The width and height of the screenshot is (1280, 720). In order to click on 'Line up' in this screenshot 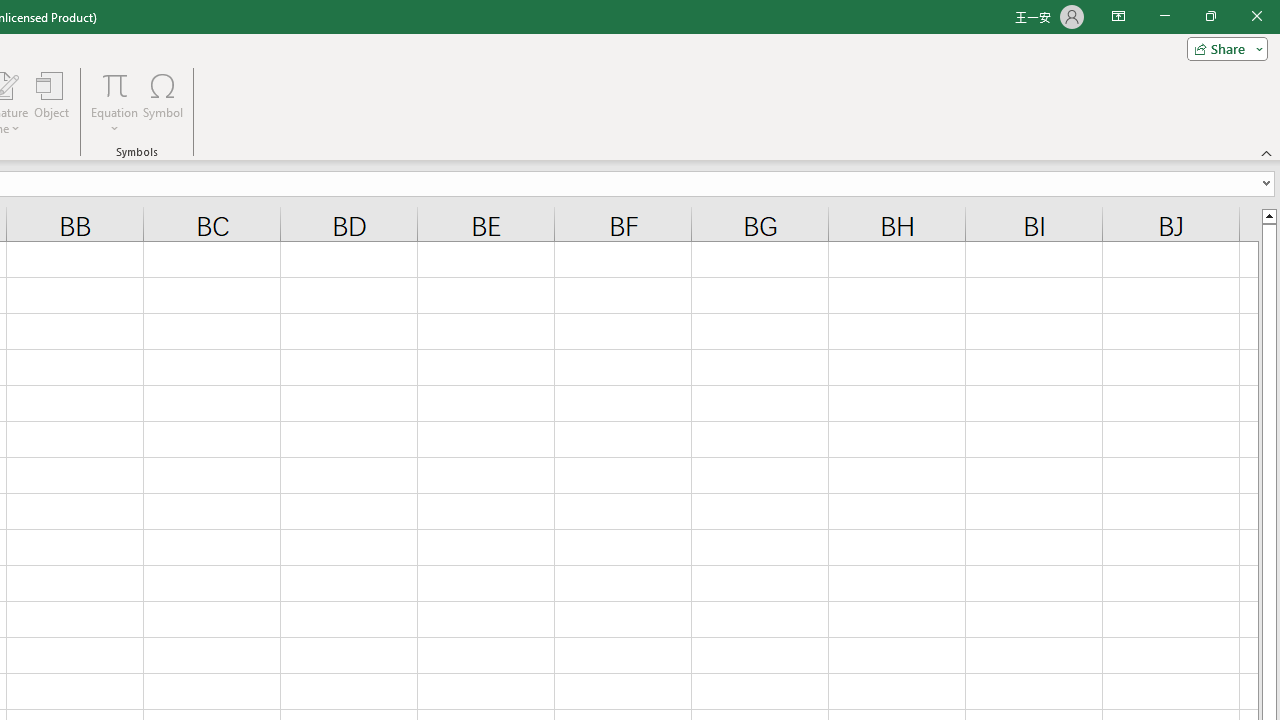, I will do `click(1268, 215)`.